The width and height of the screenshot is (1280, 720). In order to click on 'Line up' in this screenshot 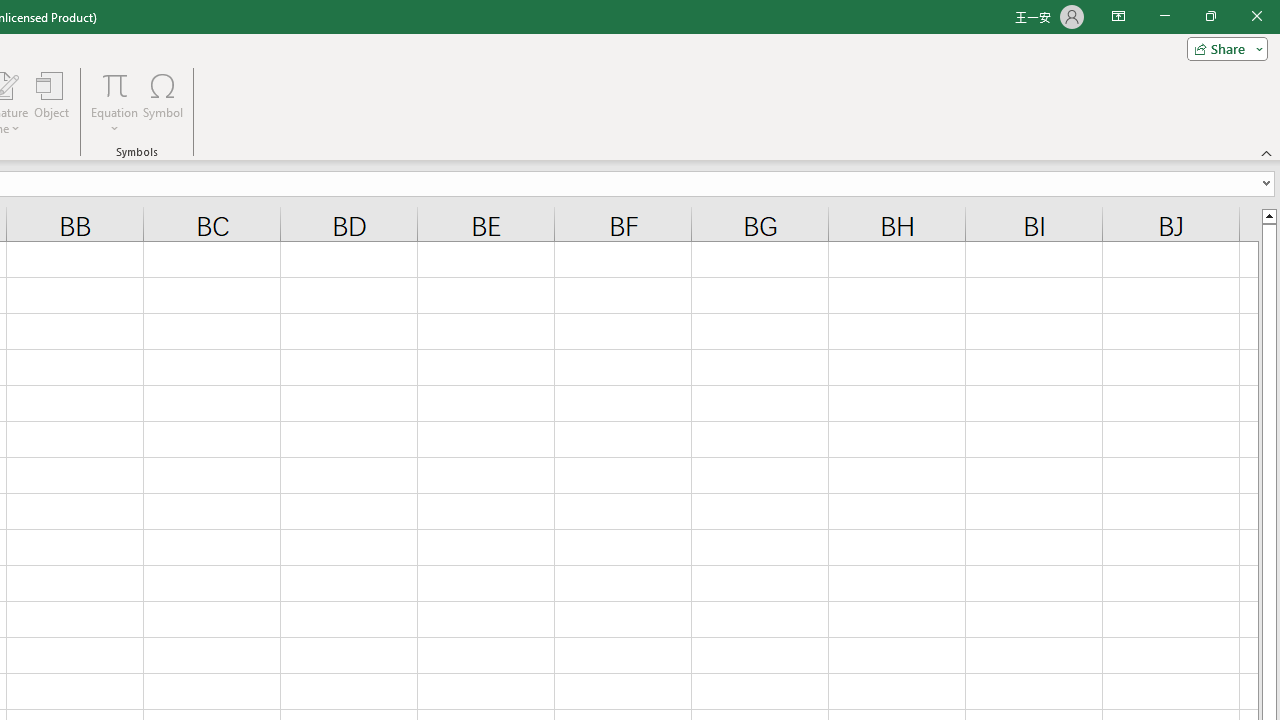, I will do `click(1268, 215)`.